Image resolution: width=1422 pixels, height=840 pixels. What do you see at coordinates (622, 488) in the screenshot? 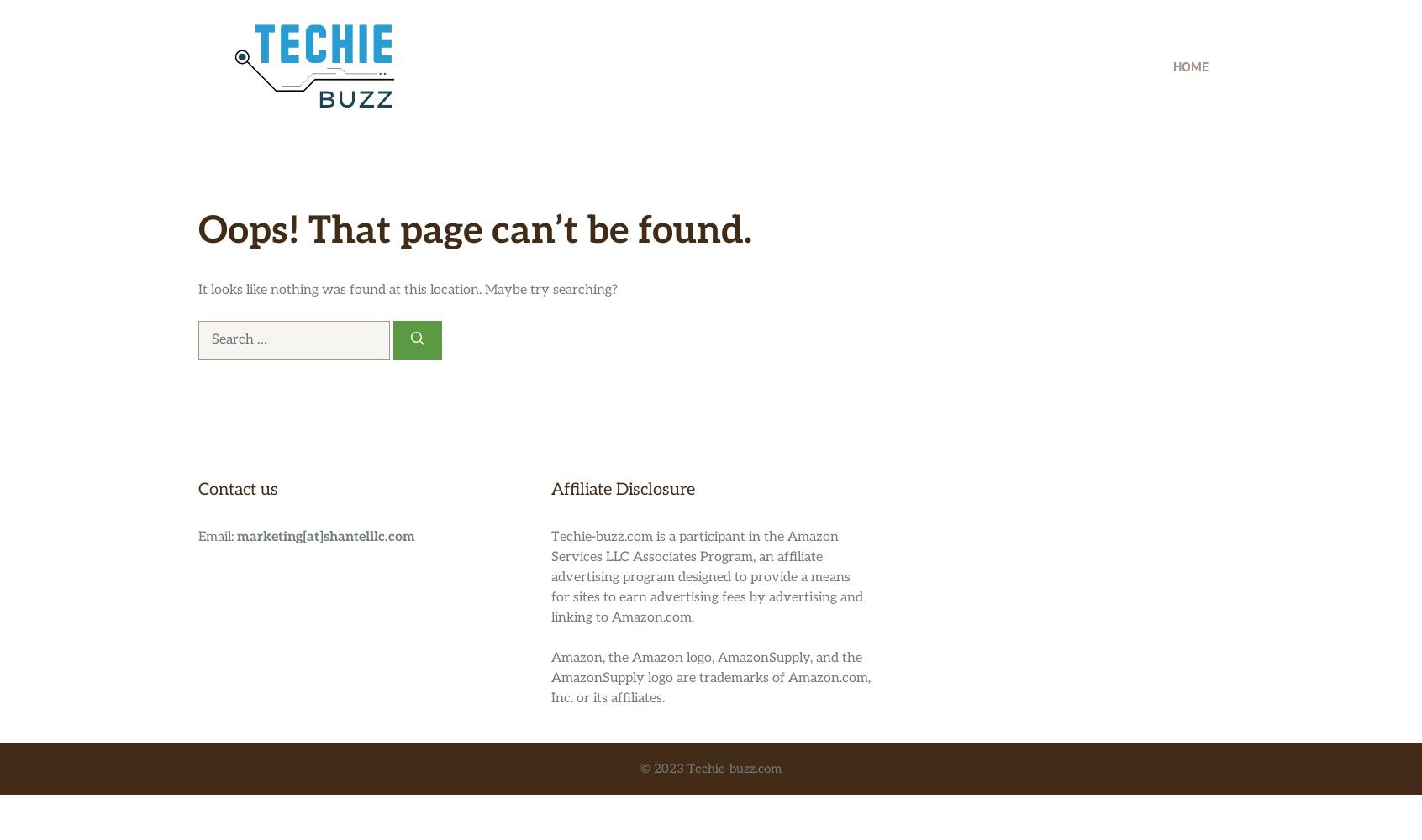
I see `'Affiliate Disclosure'` at bounding box center [622, 488].